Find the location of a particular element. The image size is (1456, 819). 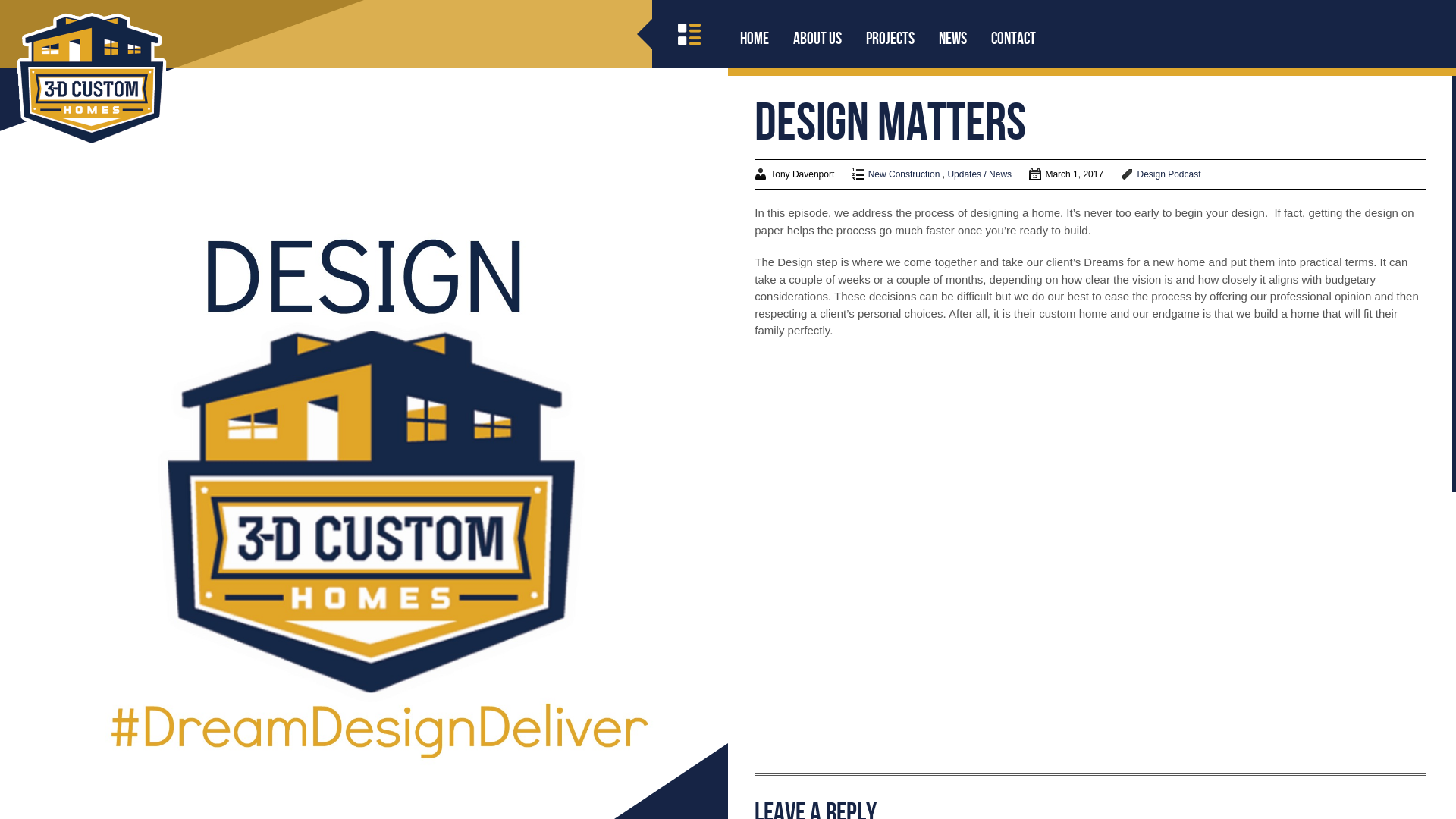

'Projects' is located at coordinates (890, 37).